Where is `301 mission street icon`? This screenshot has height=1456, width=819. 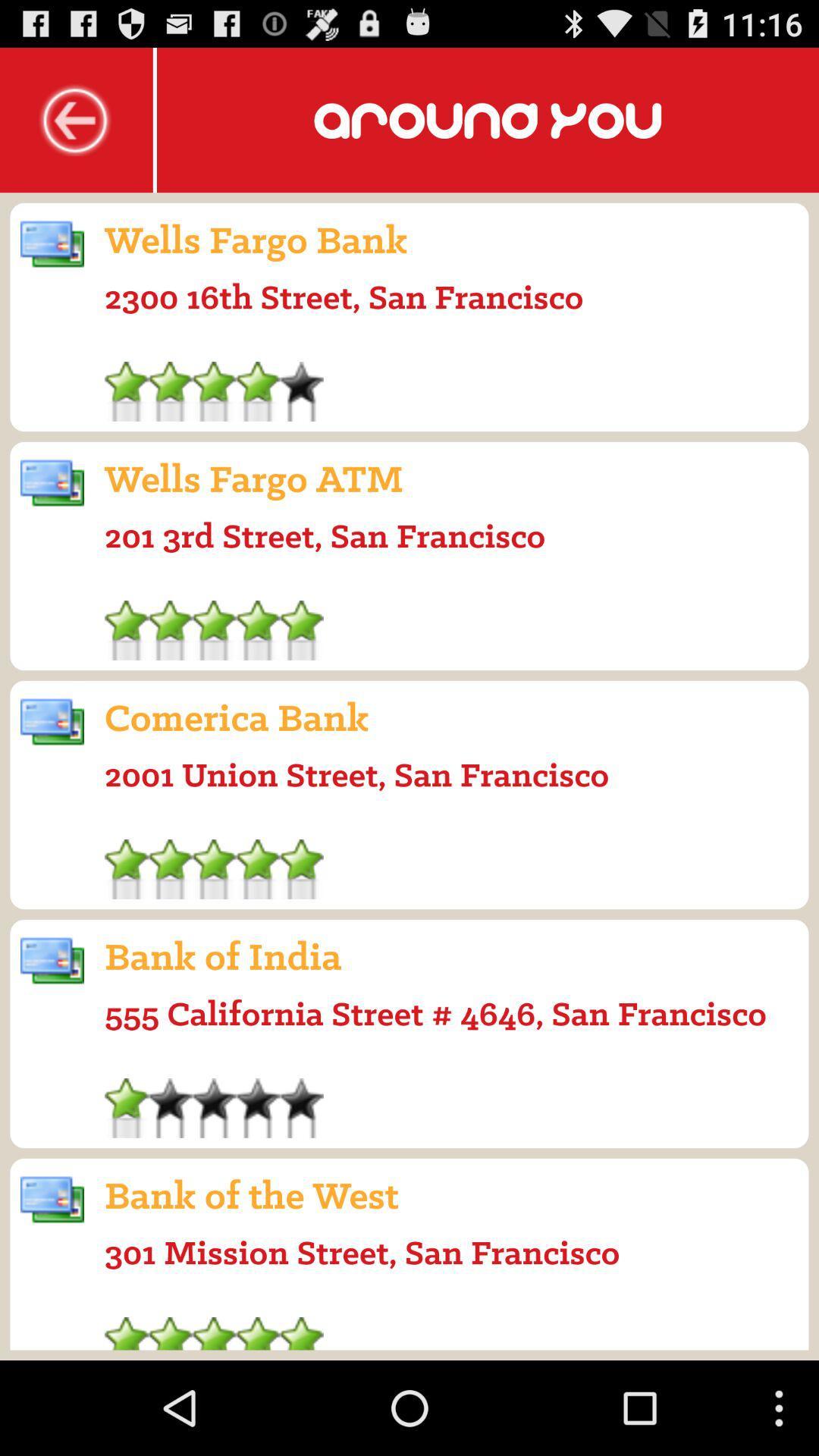 301 mission street icon is located at coordinates (362, 1252).